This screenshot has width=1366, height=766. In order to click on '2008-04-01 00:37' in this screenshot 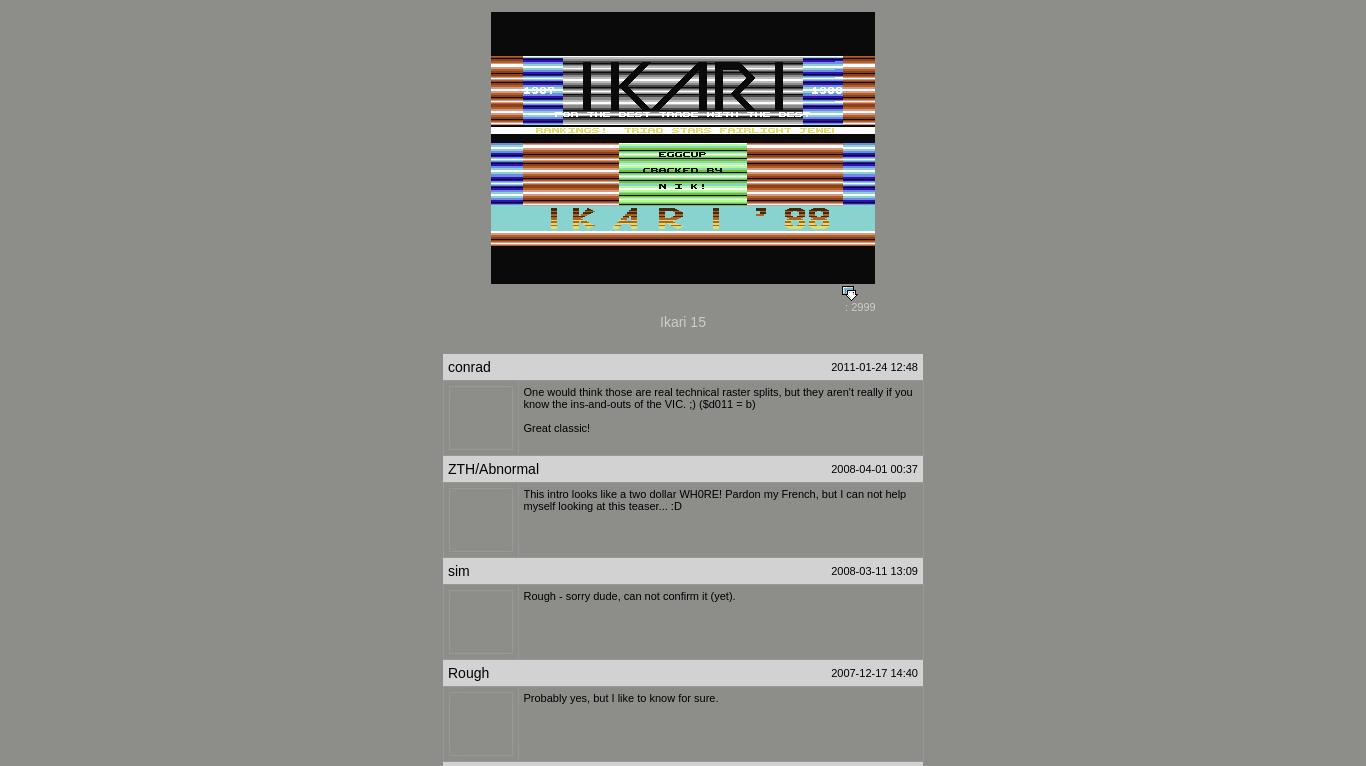, I will do `click(873, 468)`.